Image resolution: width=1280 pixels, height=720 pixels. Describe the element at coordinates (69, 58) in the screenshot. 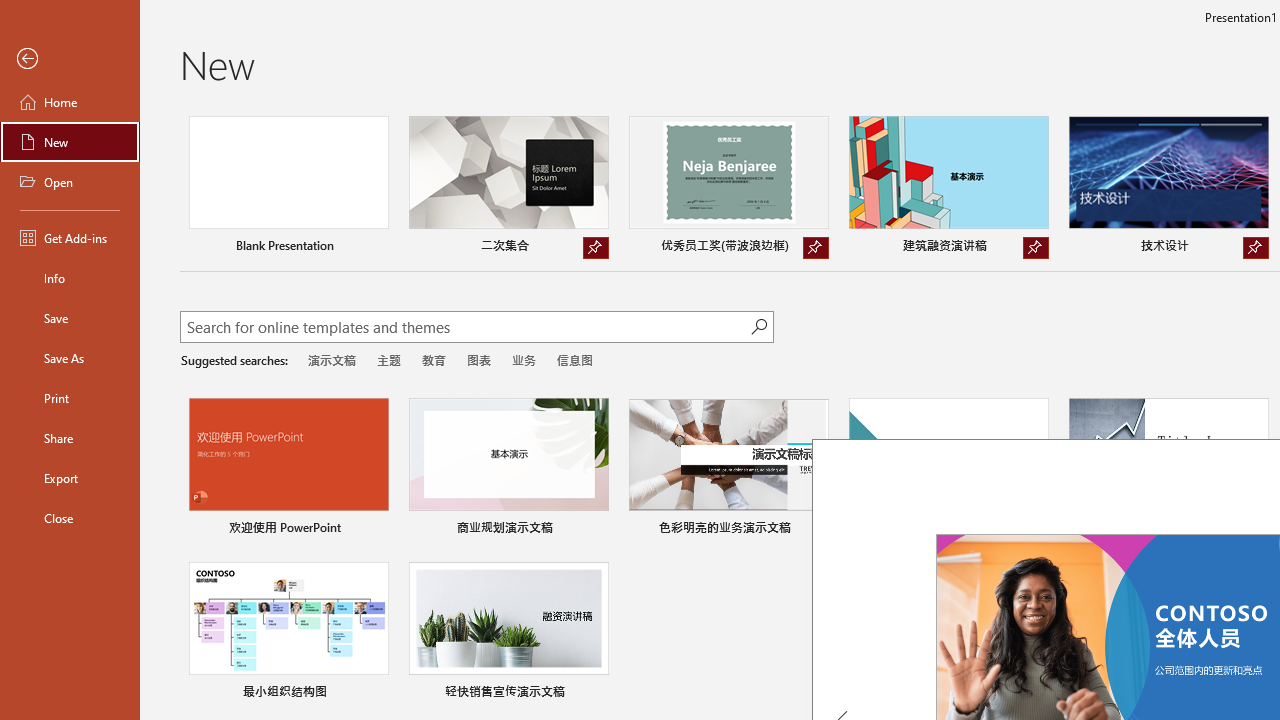

I see `'Back'` at that location.